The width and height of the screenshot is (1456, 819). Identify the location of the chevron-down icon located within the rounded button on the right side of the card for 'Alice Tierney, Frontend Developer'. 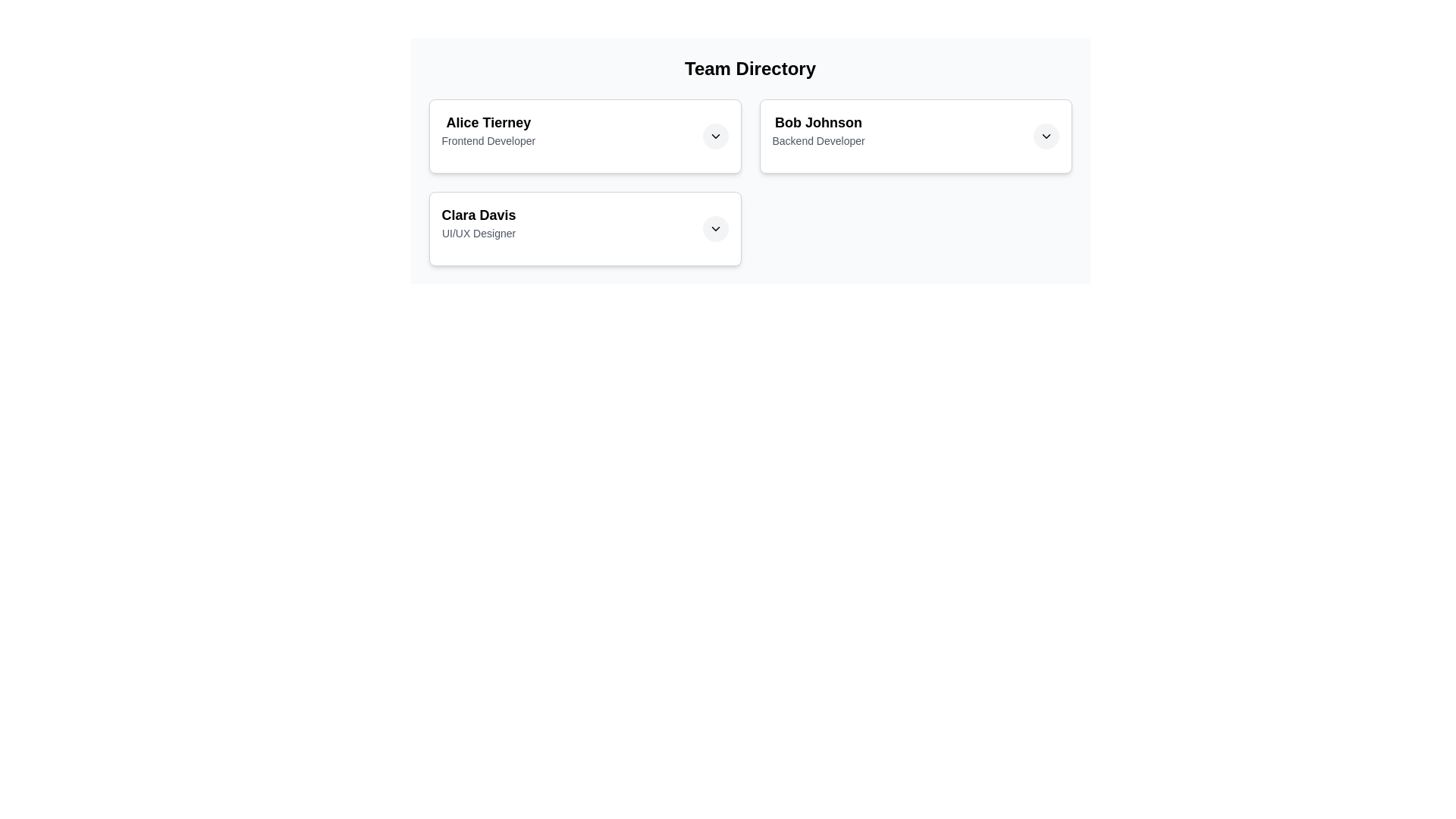
(714, 136).